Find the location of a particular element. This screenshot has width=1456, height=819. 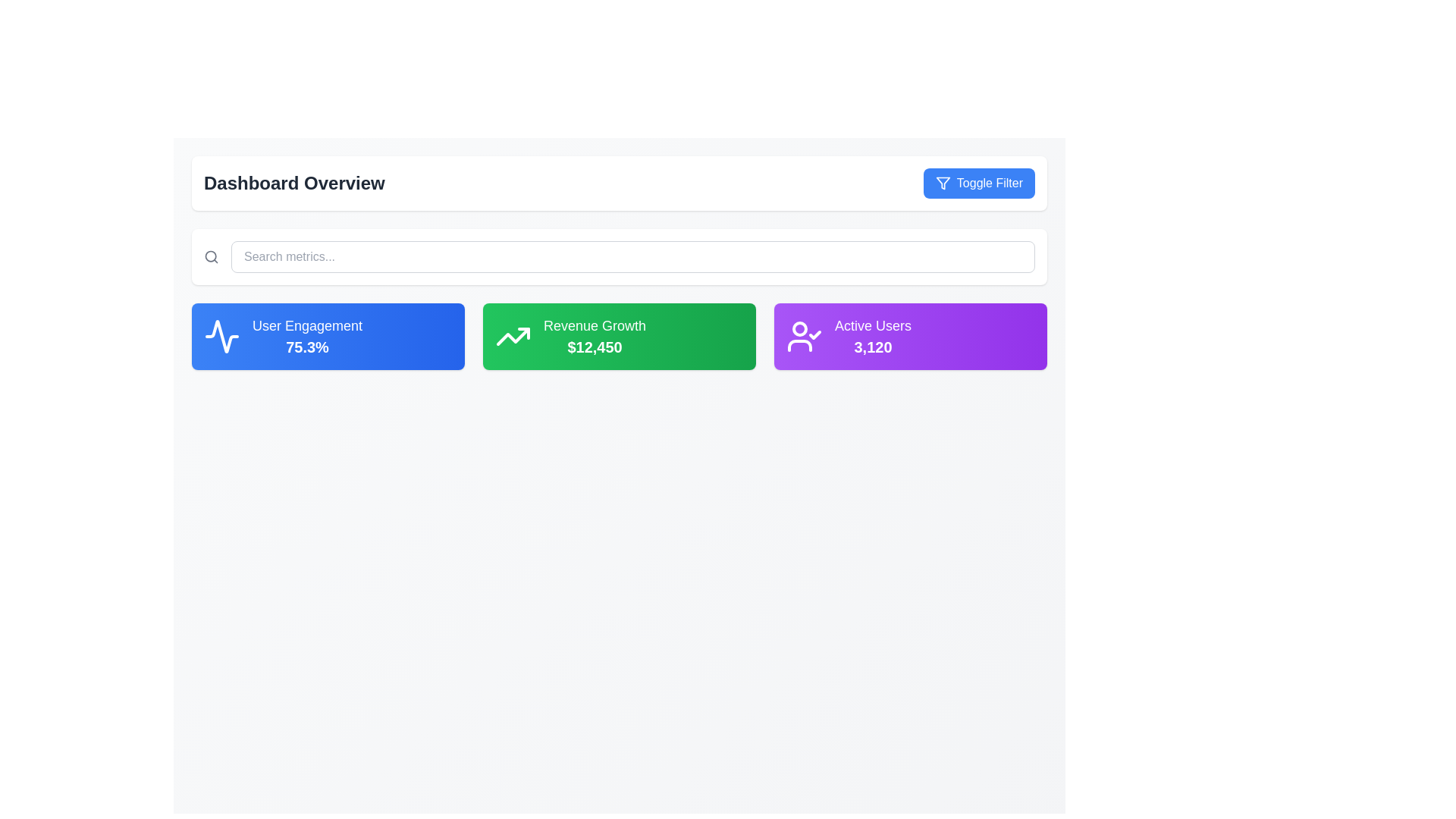

the SVG graphic of the line graph icon representing 'User Engagement 75.3%' is located at coordinates (221, 335).